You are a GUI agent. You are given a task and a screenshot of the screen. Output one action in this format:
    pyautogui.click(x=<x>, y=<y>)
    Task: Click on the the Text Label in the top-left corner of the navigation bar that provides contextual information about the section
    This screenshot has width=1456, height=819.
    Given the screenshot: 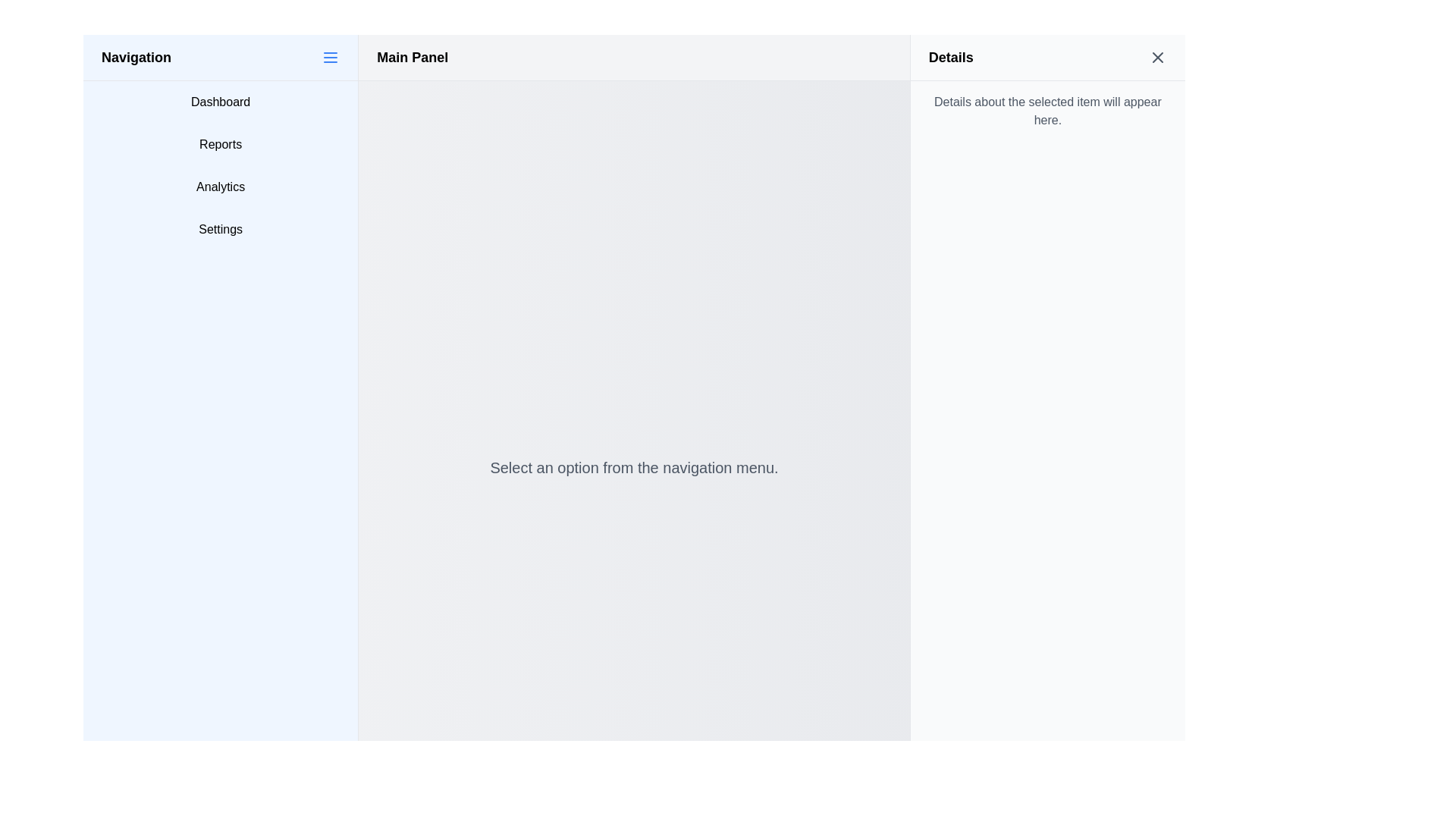 What is the action you would take?
    pyautogui.click(x=136, y=57)
    